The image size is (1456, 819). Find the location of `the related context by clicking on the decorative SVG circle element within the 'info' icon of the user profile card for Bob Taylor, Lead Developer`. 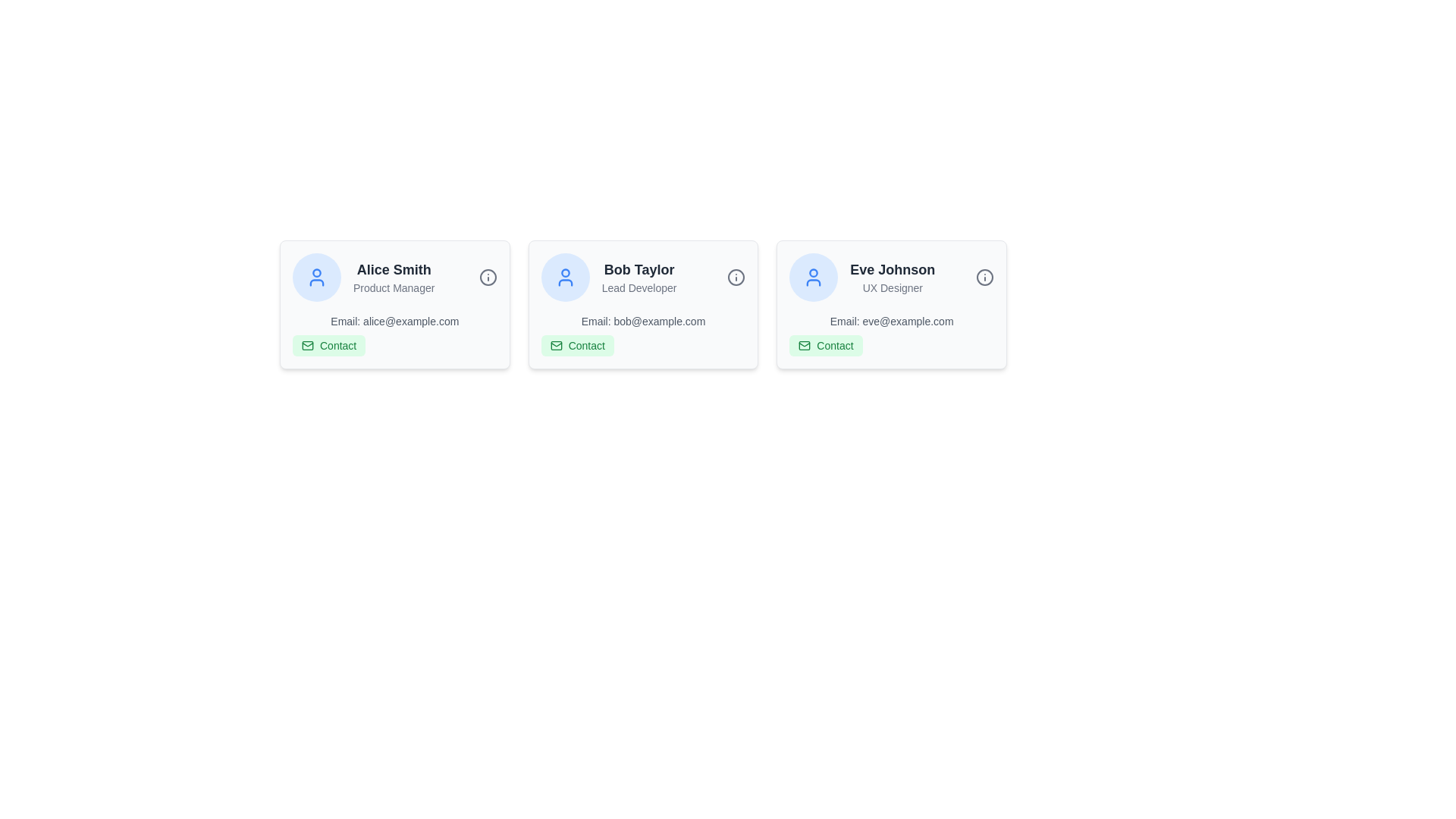

the related context by clicking on the decorative SVG circle element within the 'info' icon of the user profile card for Bob Taylor, Lead Developer is located at coordinates (488, 278).